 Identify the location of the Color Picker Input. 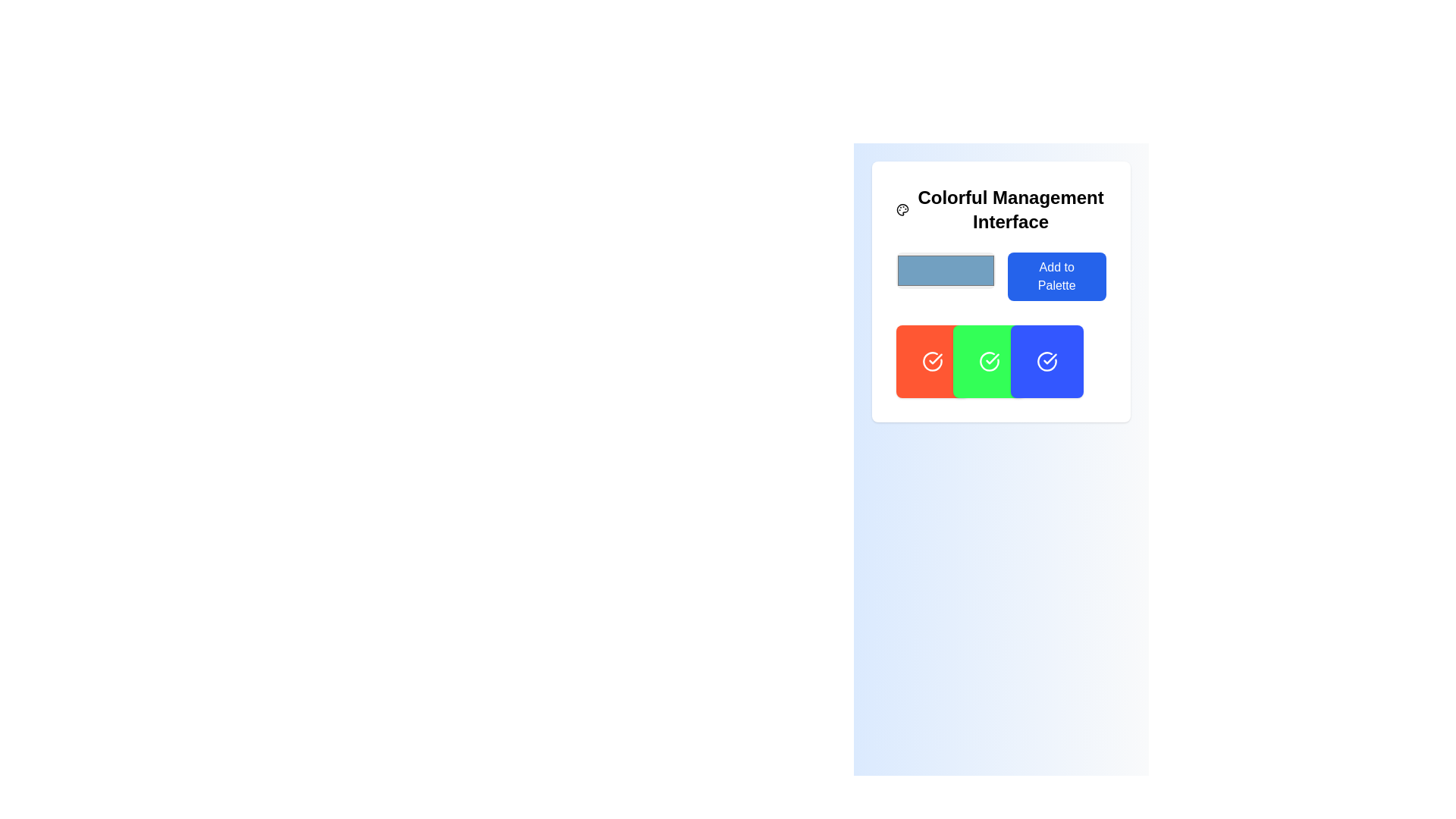
(945, 270).